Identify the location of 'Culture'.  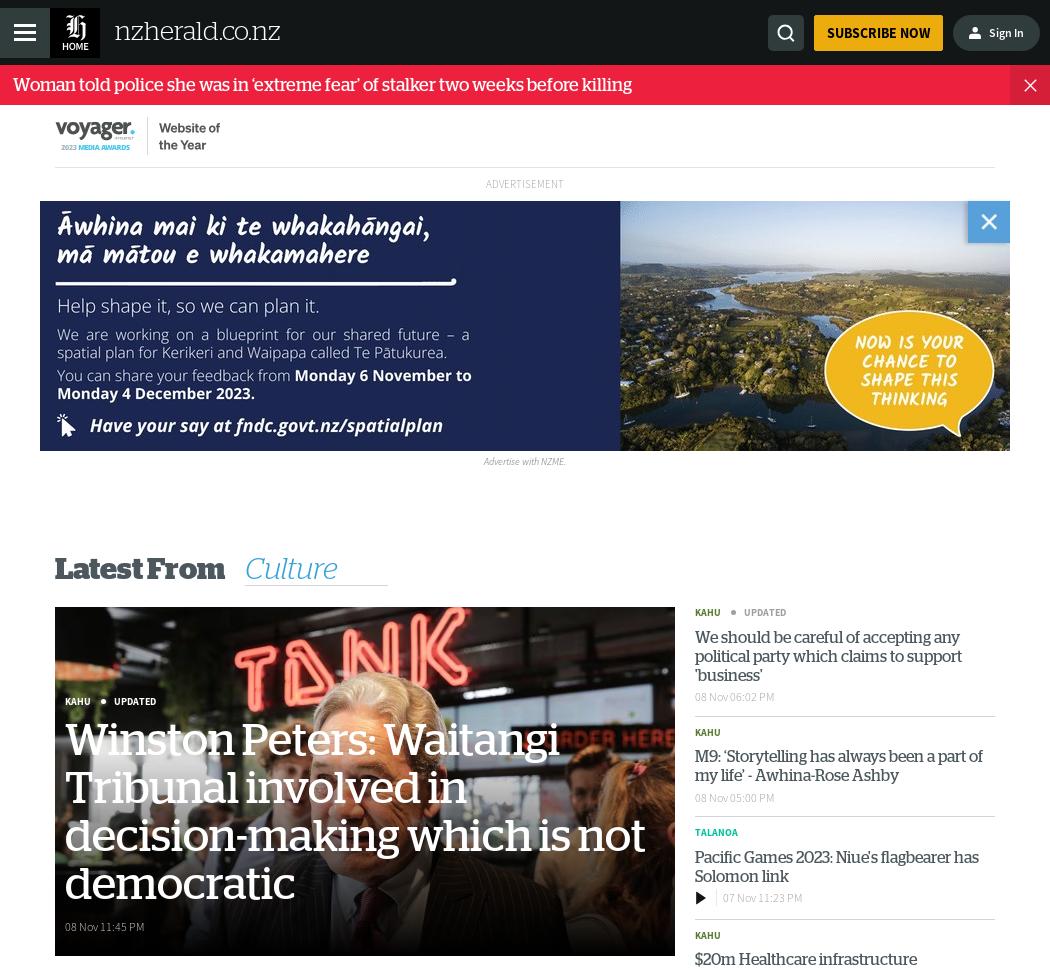
(290, 568).